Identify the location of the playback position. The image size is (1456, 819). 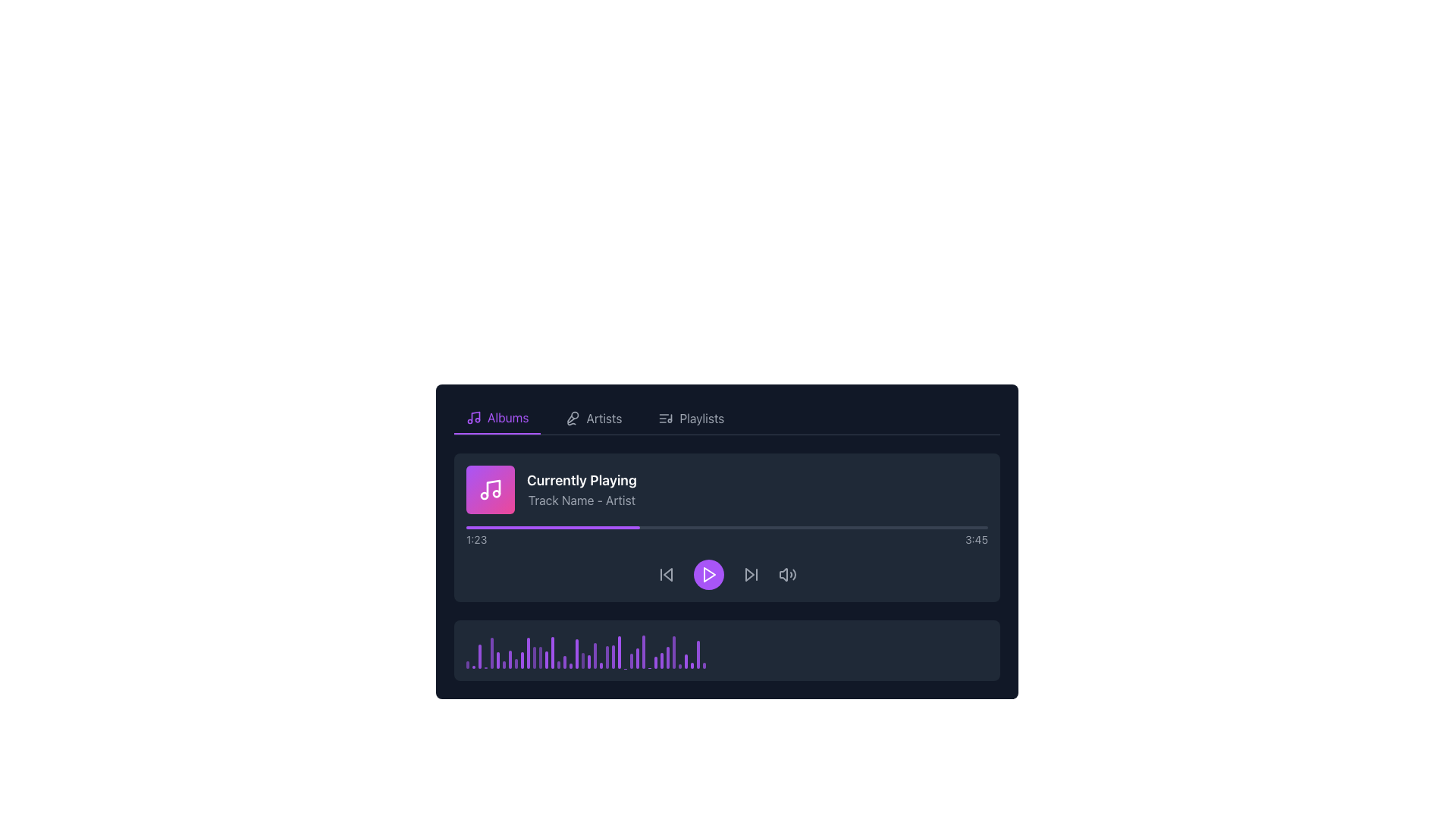
(862, 526).